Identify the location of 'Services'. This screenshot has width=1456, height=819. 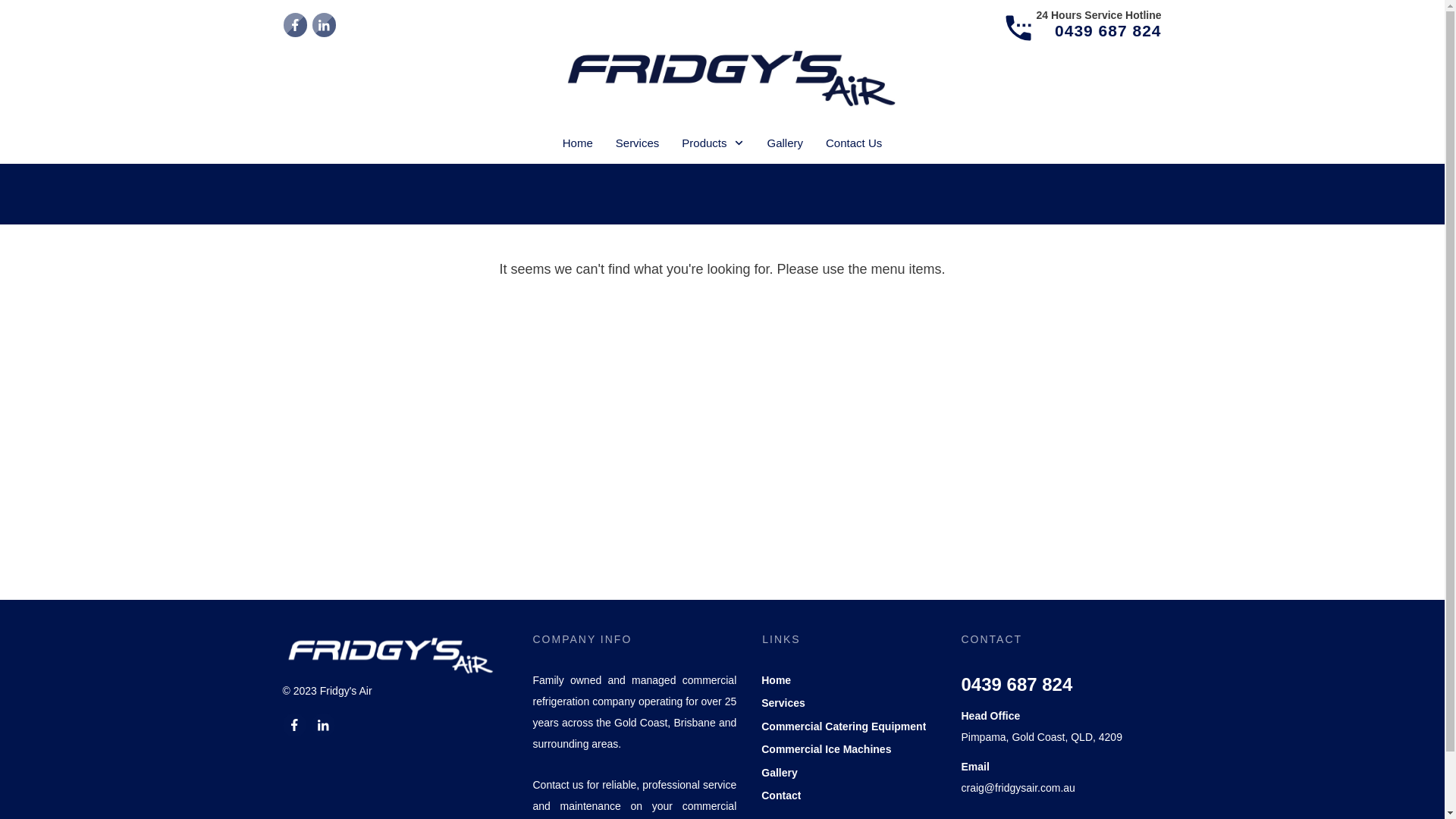
(783, 702).